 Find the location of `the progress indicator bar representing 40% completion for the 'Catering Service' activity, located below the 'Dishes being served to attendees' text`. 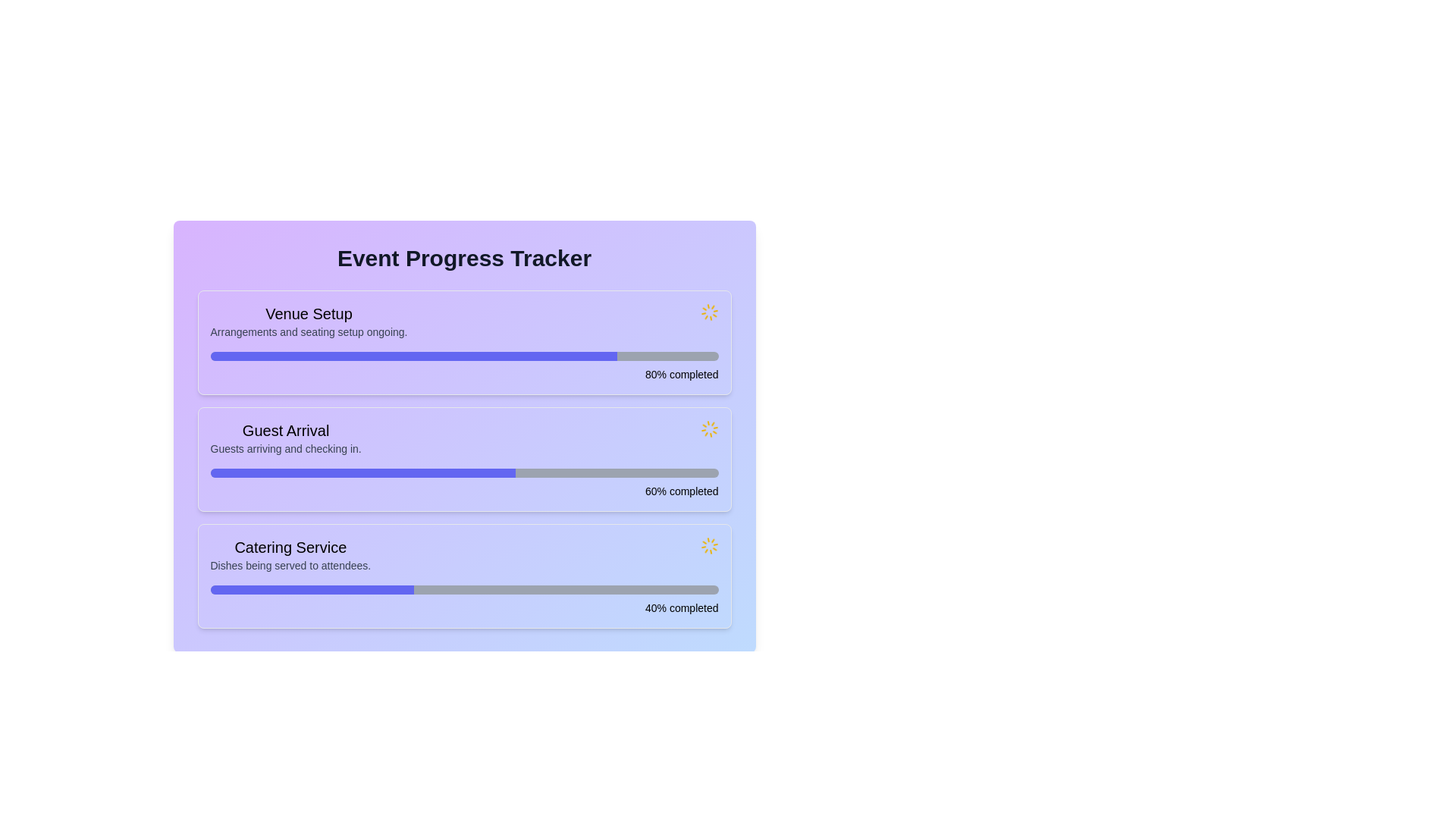

the progress indicator bar representing 40% completion for the 'Catering Service' activity, located below the 'Dishes being served to attendees' text is located at coordinates (311, 589).